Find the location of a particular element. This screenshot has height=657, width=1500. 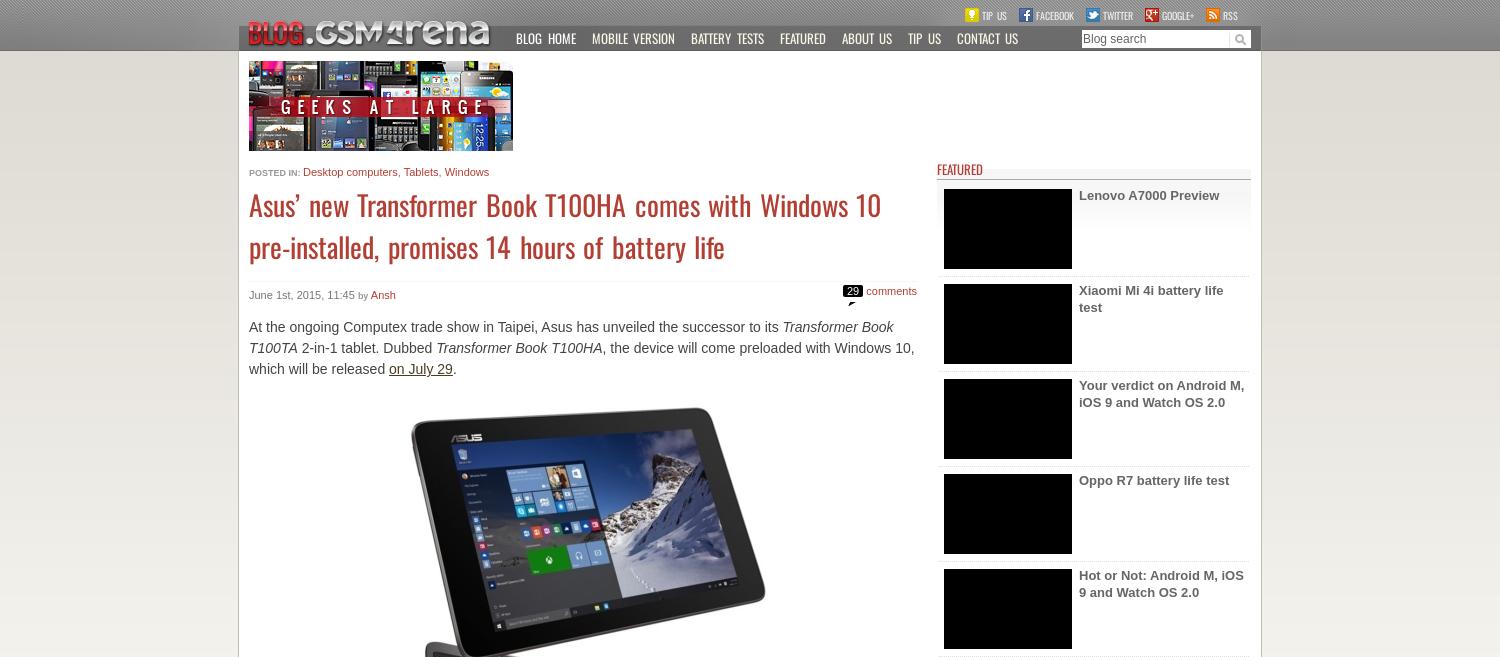

'2-in-1 tablet. Dubbed' is located at coordinates (365, 348).